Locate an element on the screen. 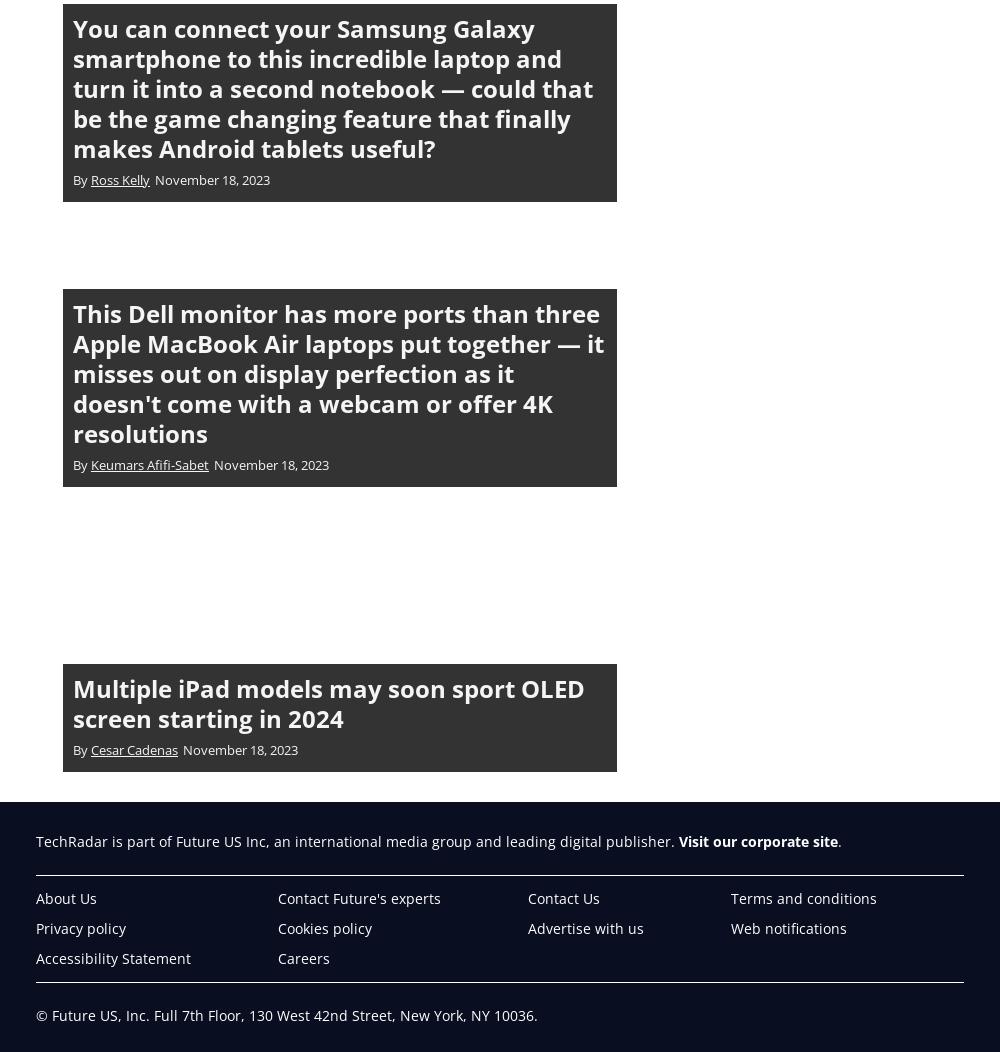 The width and height of the screenshot is (1000, 1052). 'You can connect your Samsung Galaxy smartphone to this incredible laptop and turn it into a second notebook — could that be the game changing feature that finally makes Android tablets useful?' is located at coordinates (332, 86).